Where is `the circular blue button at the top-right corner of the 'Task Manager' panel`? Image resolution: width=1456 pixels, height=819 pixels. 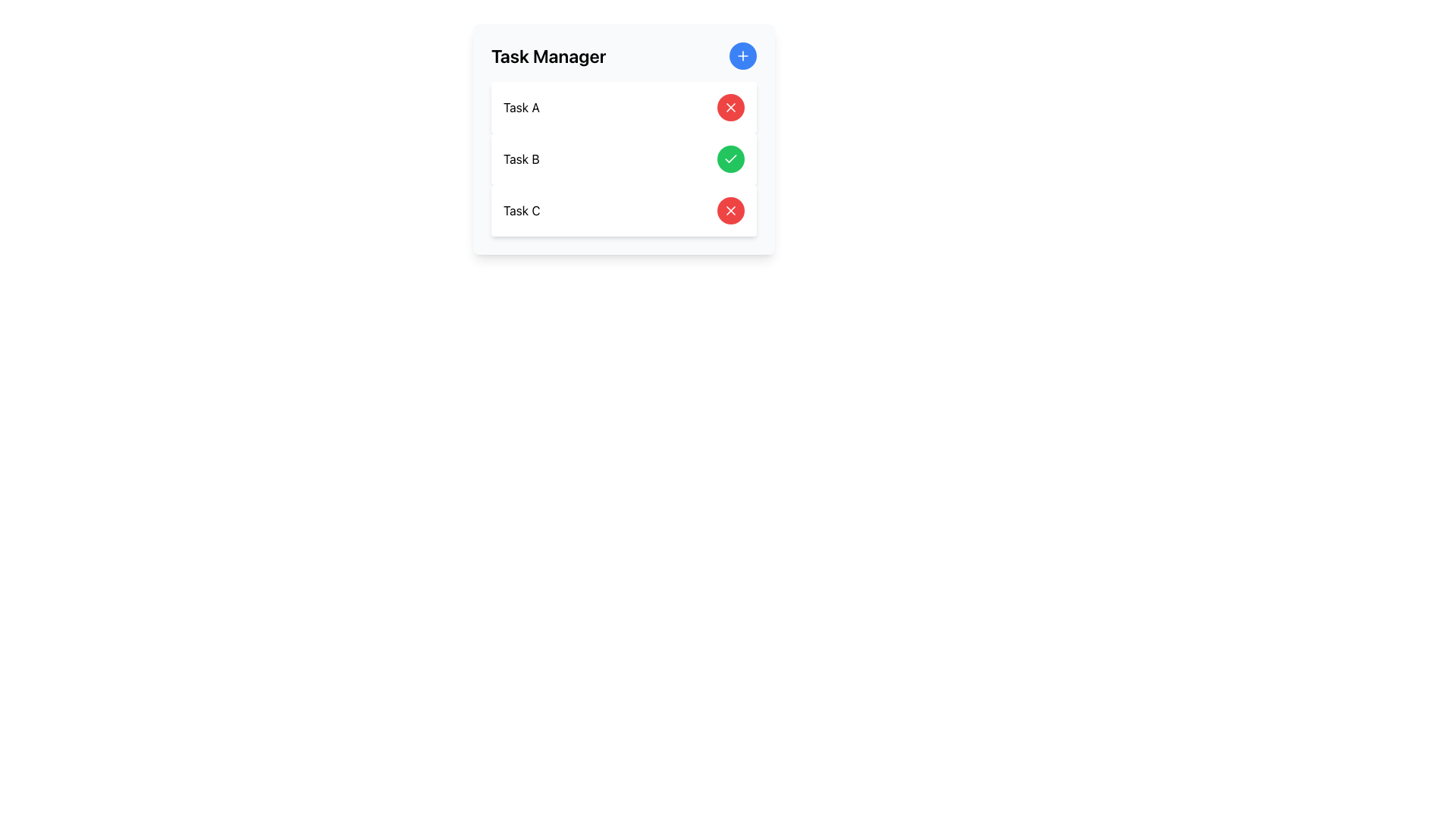 the circular blue button at the top-right corner of the 'Task Manager' panel is located at coordinates (742, 55).